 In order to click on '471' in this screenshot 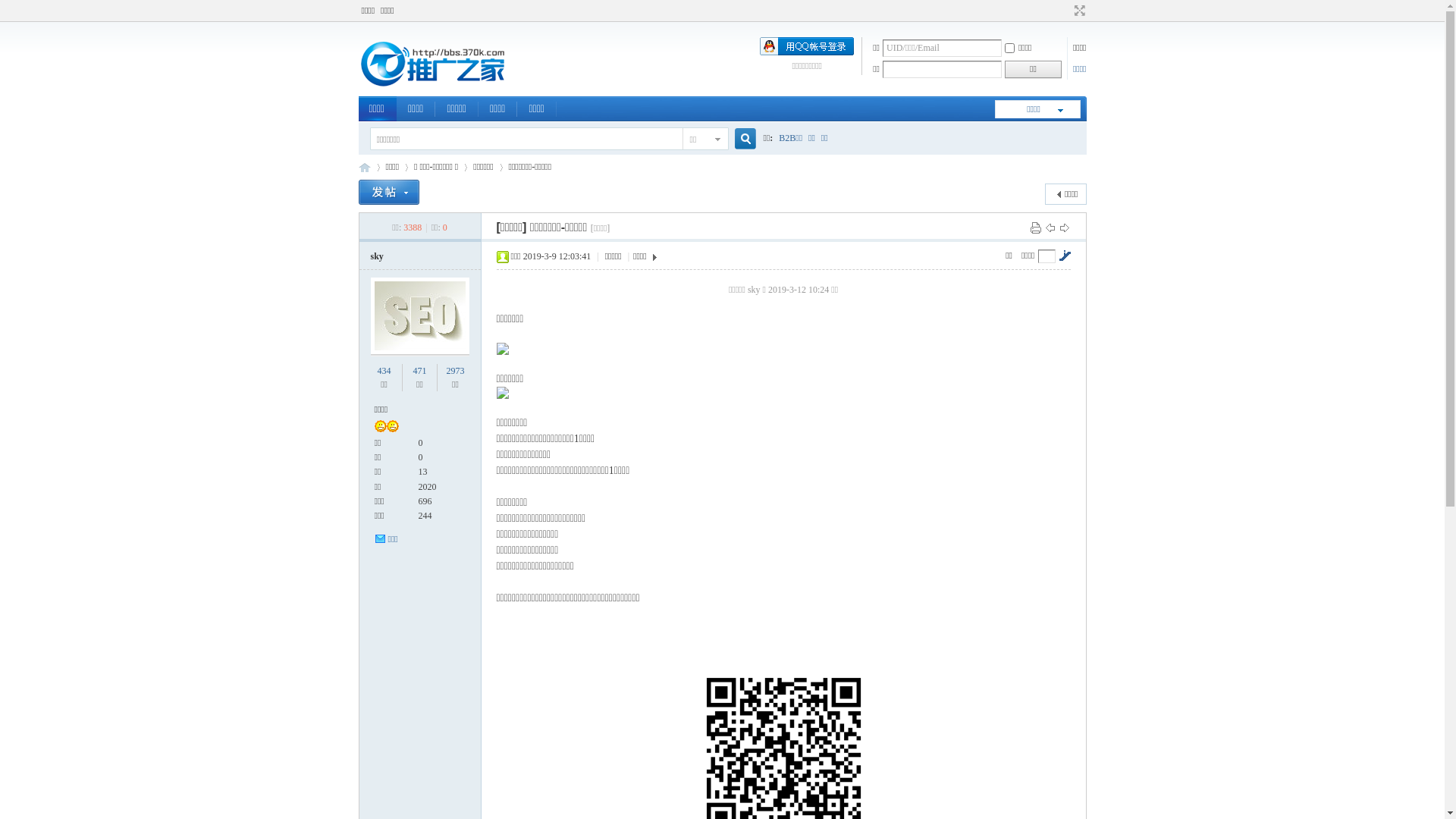, I will do `click(419, 371)`.